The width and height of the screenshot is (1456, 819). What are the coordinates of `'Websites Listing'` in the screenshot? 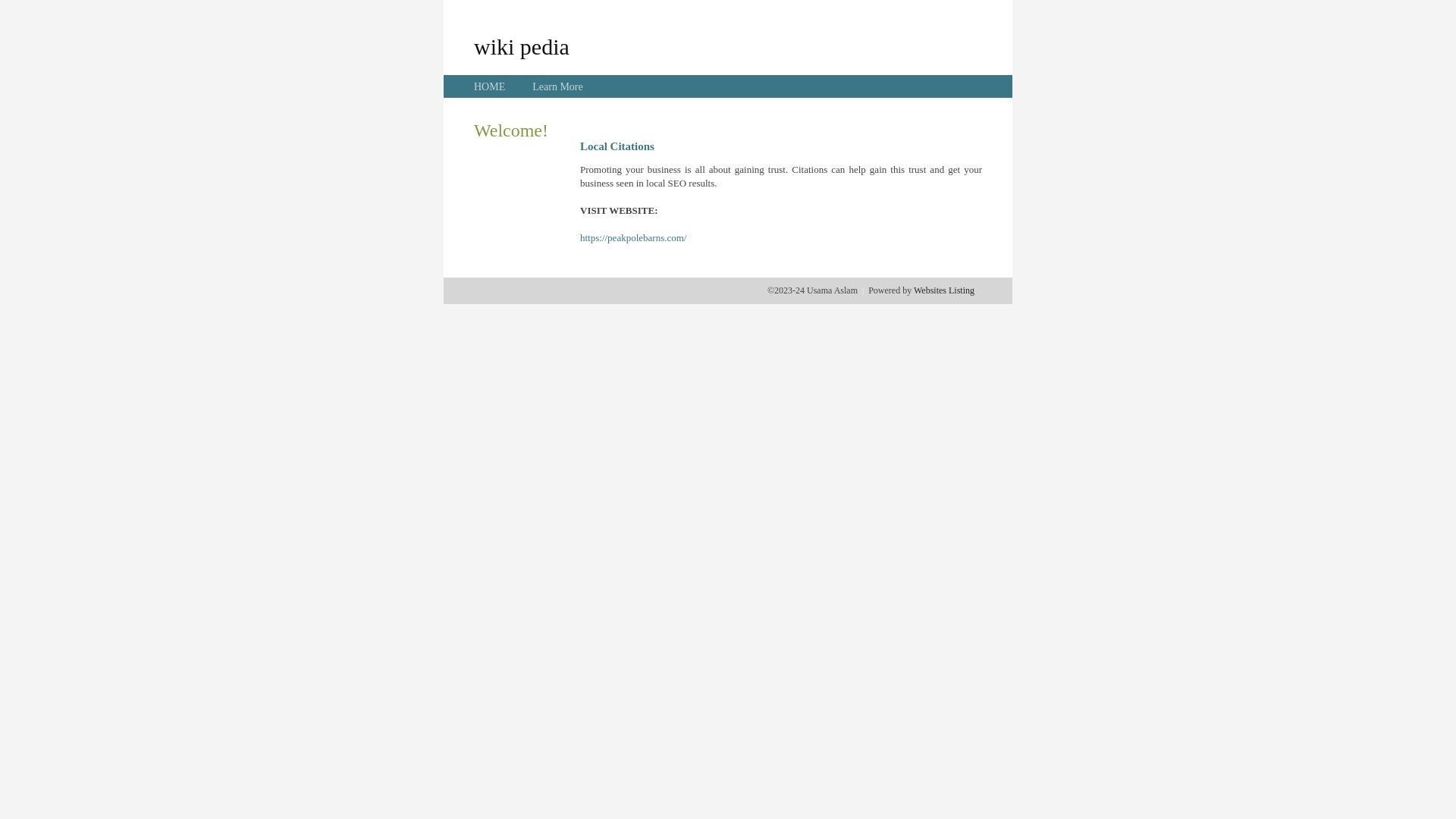 It's located at (943, 290).